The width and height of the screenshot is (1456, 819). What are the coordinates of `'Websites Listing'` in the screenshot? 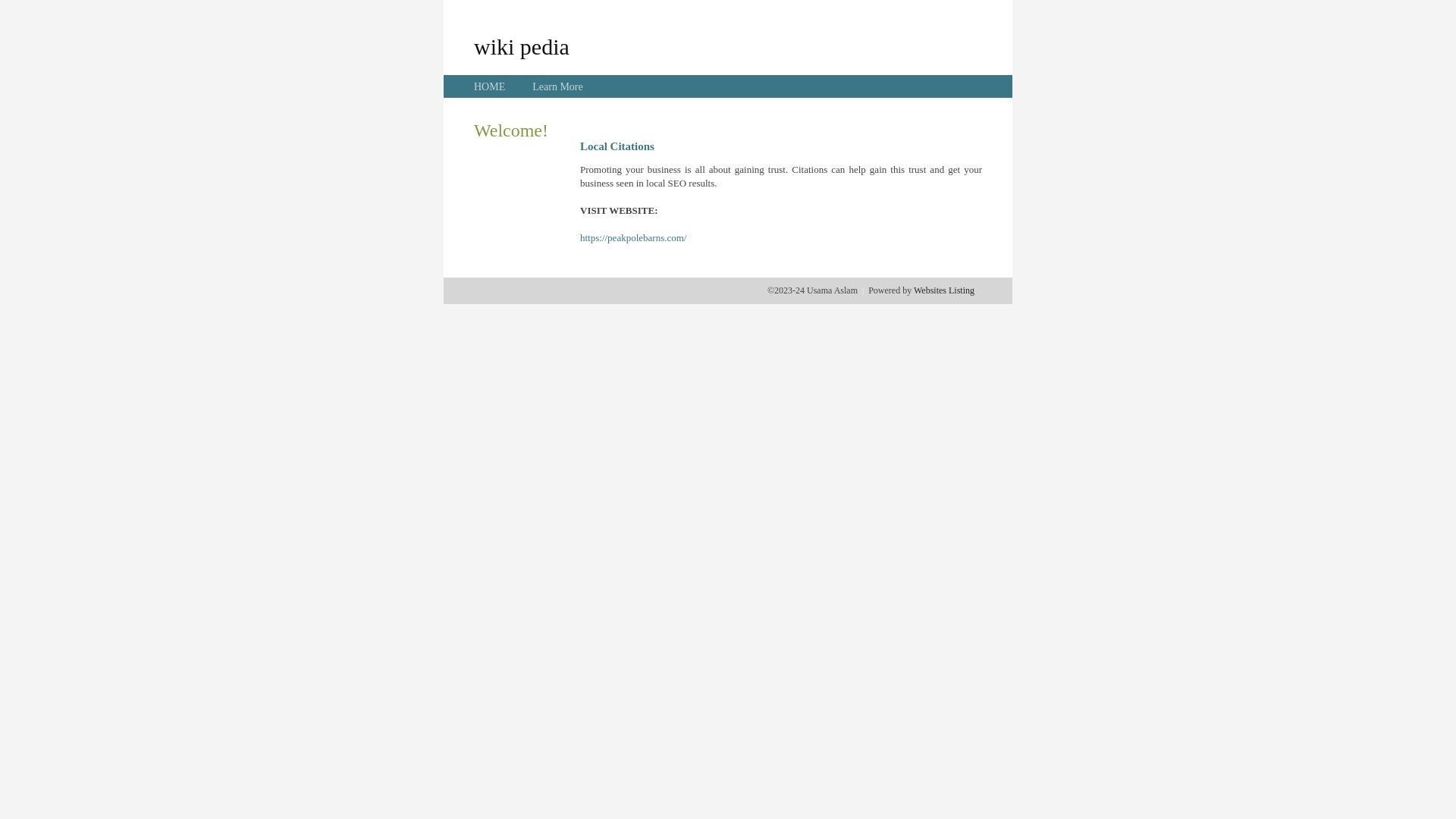 It's located at (943, 290).